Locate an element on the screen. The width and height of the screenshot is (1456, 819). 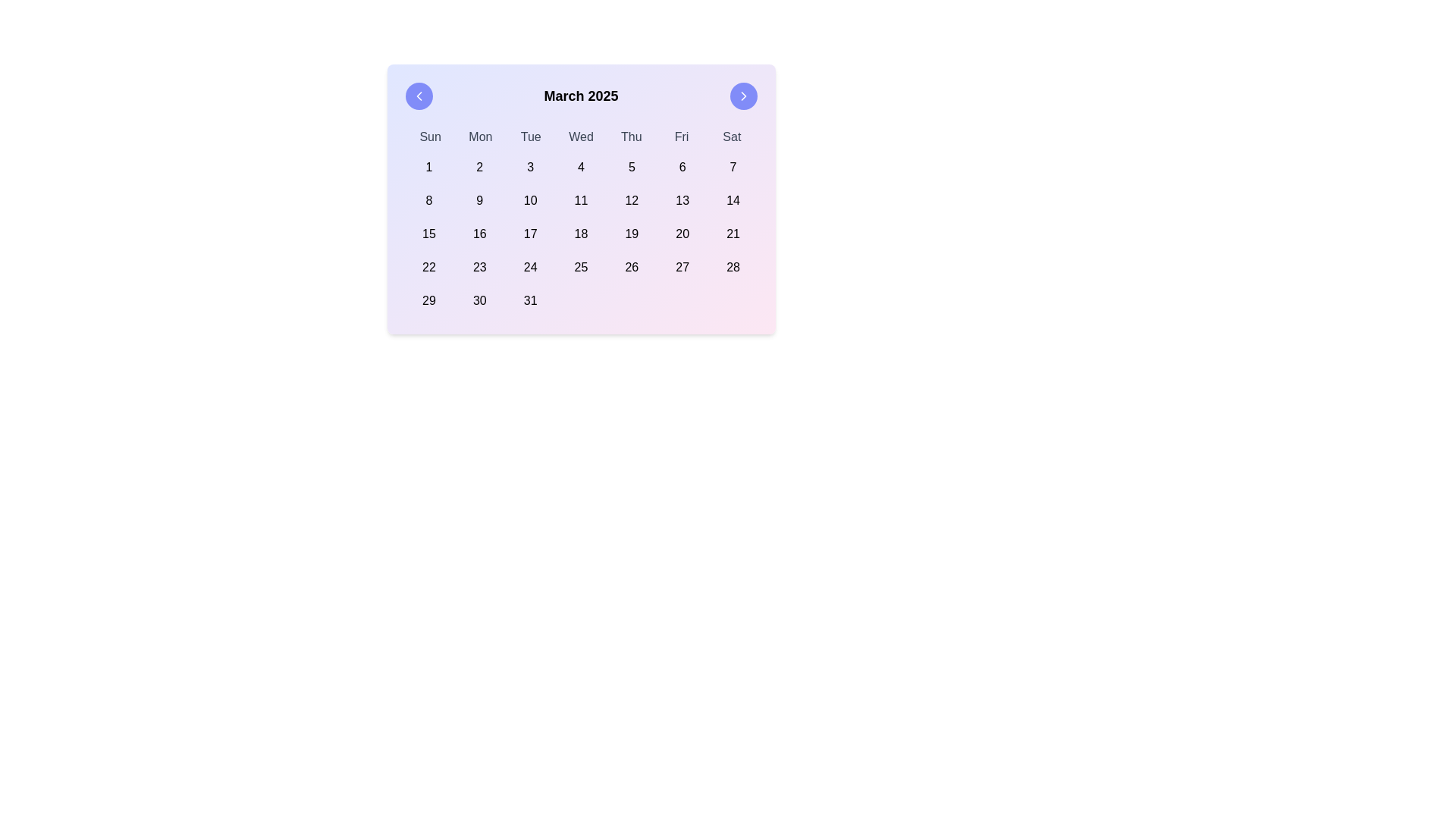
the label displaying the text 'Fri', which is the sixth weekday label in a grid layout under 'March 2025', positioned between 'Thu' and 'Sat' is located at coordinates (681, 137).